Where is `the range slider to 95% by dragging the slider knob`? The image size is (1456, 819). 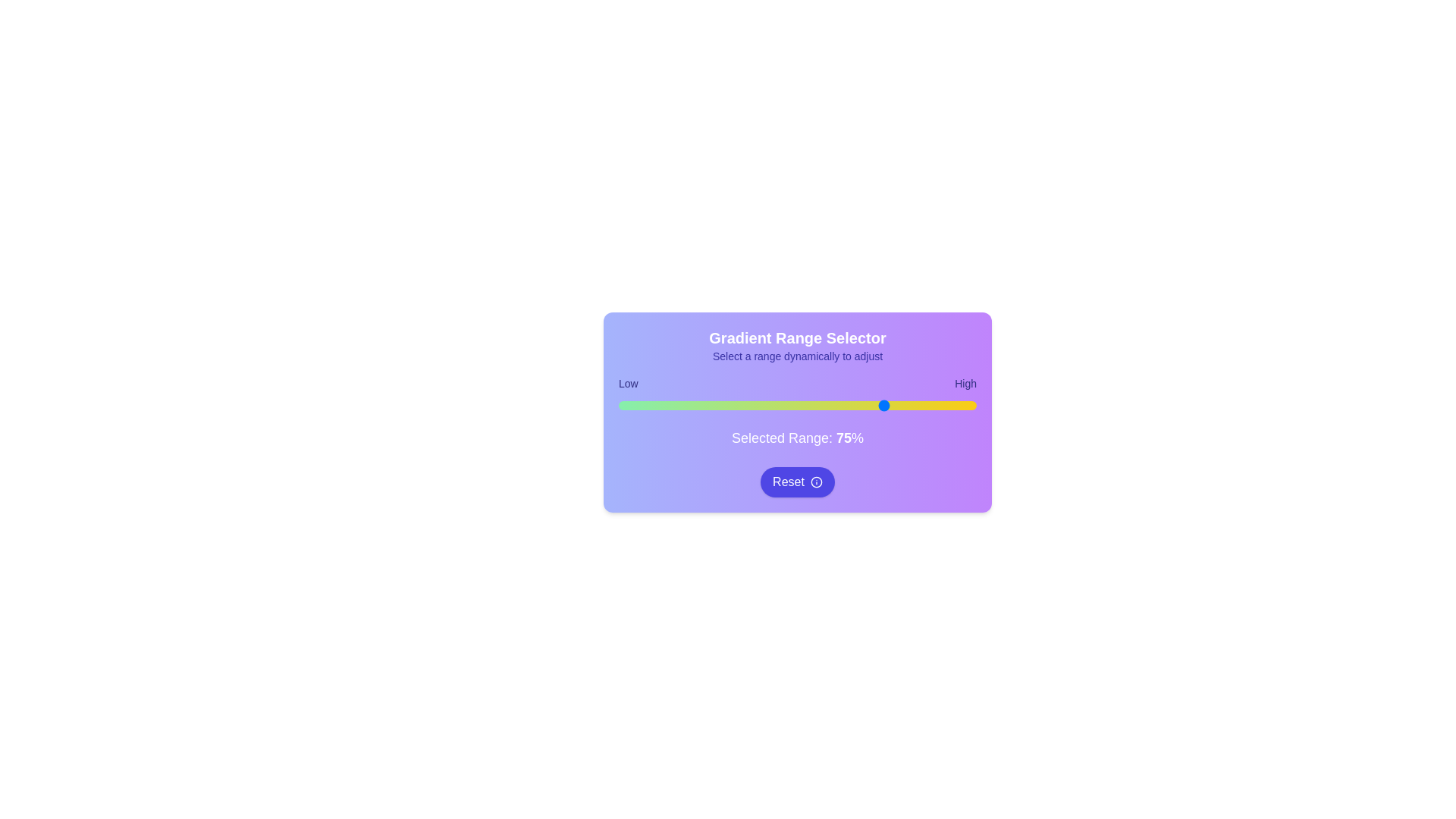 the range slider to 95% by dragging the slider knob is located at coordinates (958, 405).